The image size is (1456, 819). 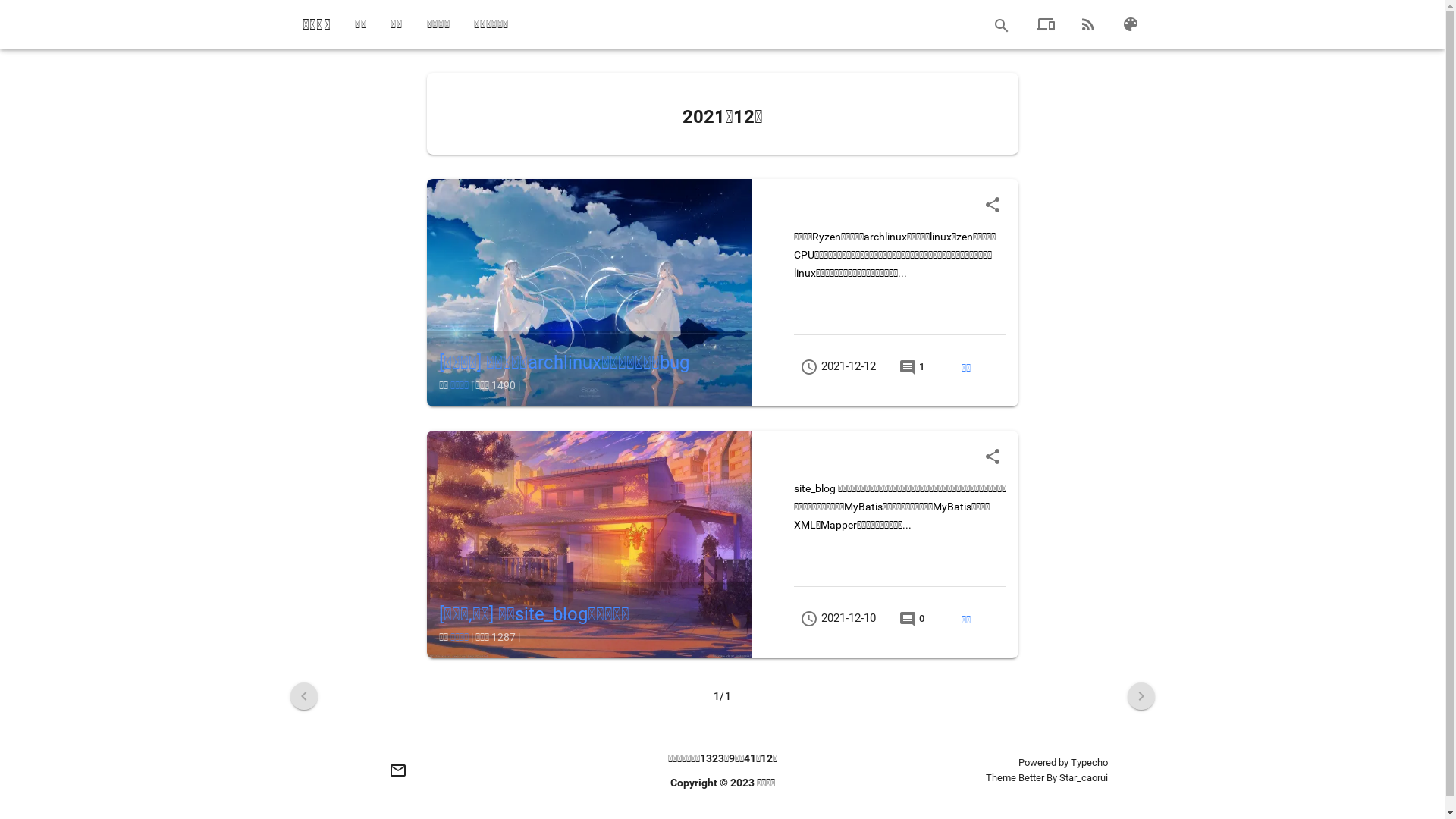 I want to click on '1/1', so click(x=720, y=696).